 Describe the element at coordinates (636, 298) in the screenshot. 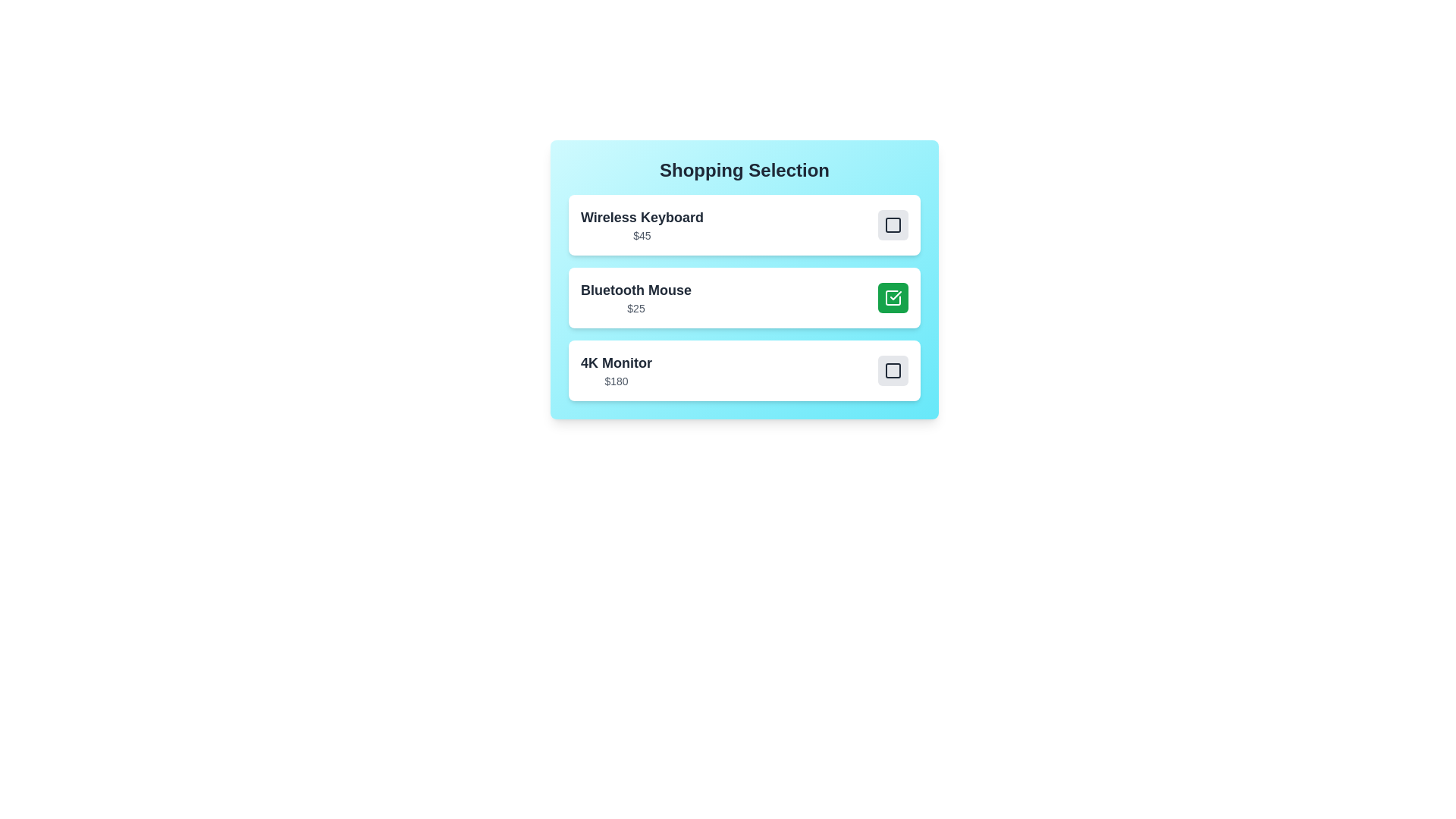

I see `the text label that describes a product's name and price, positioned below 'Wireless Keyboard $45' and above '4K Monitor $180'` at that location.